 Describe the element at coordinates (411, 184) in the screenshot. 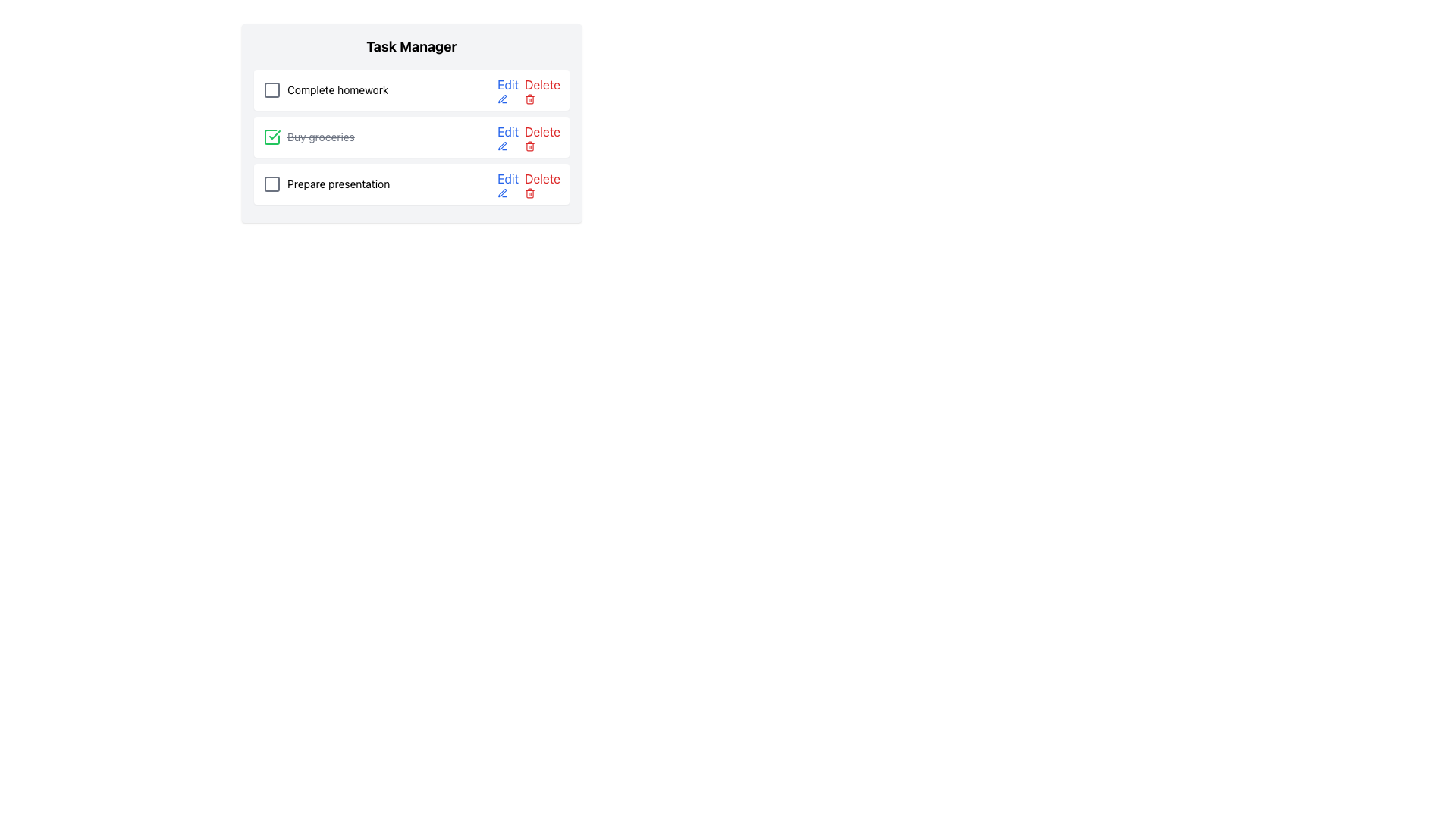

I see `the checkbox in the complex list item labeled 'Prepare presentation' to mark the task as completed` at that location.